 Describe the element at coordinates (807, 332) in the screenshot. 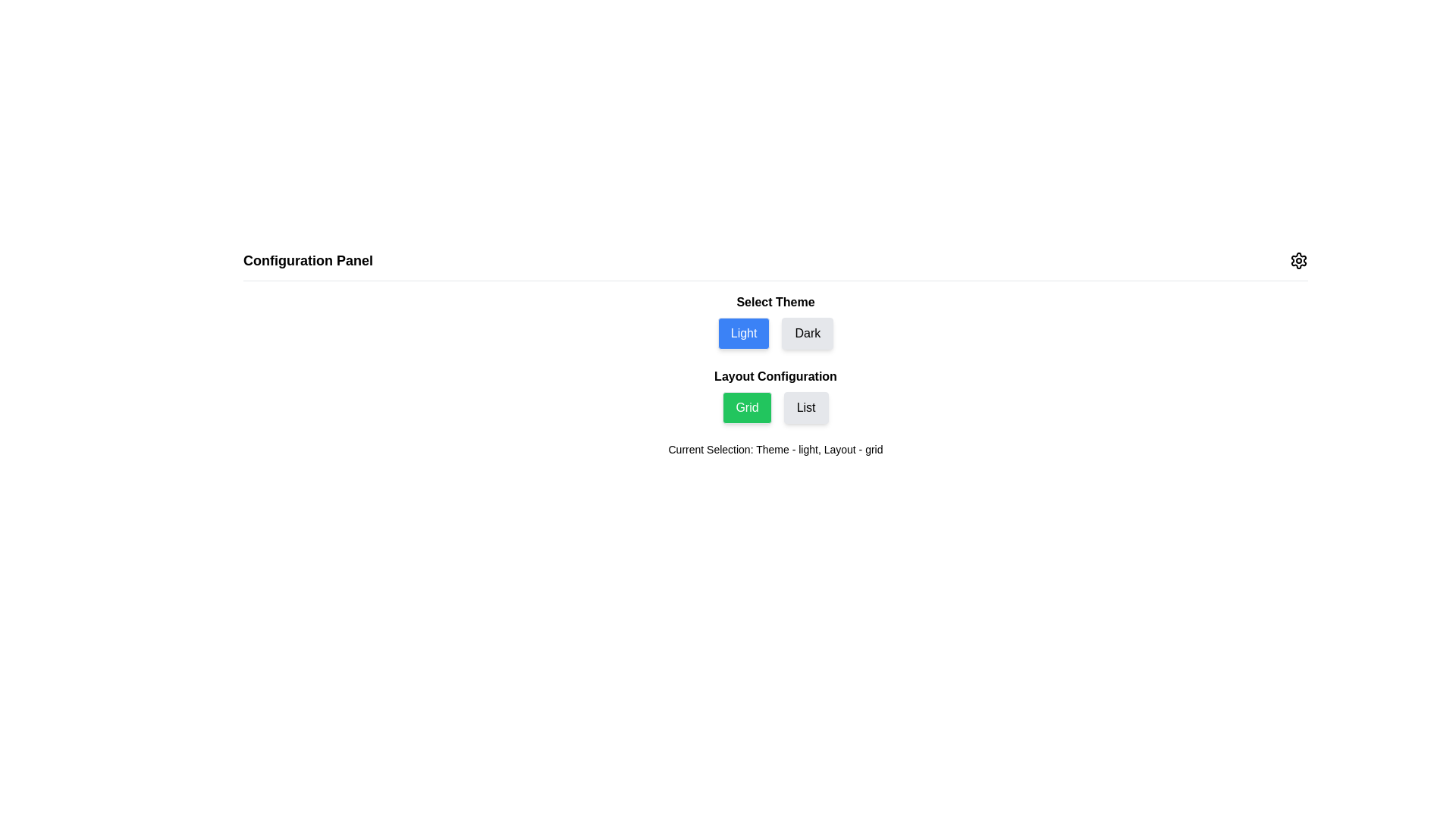

I see `the 'Dark' button, which is a rectangular button with rounded corners and the text 'Dark' in black` at that location.